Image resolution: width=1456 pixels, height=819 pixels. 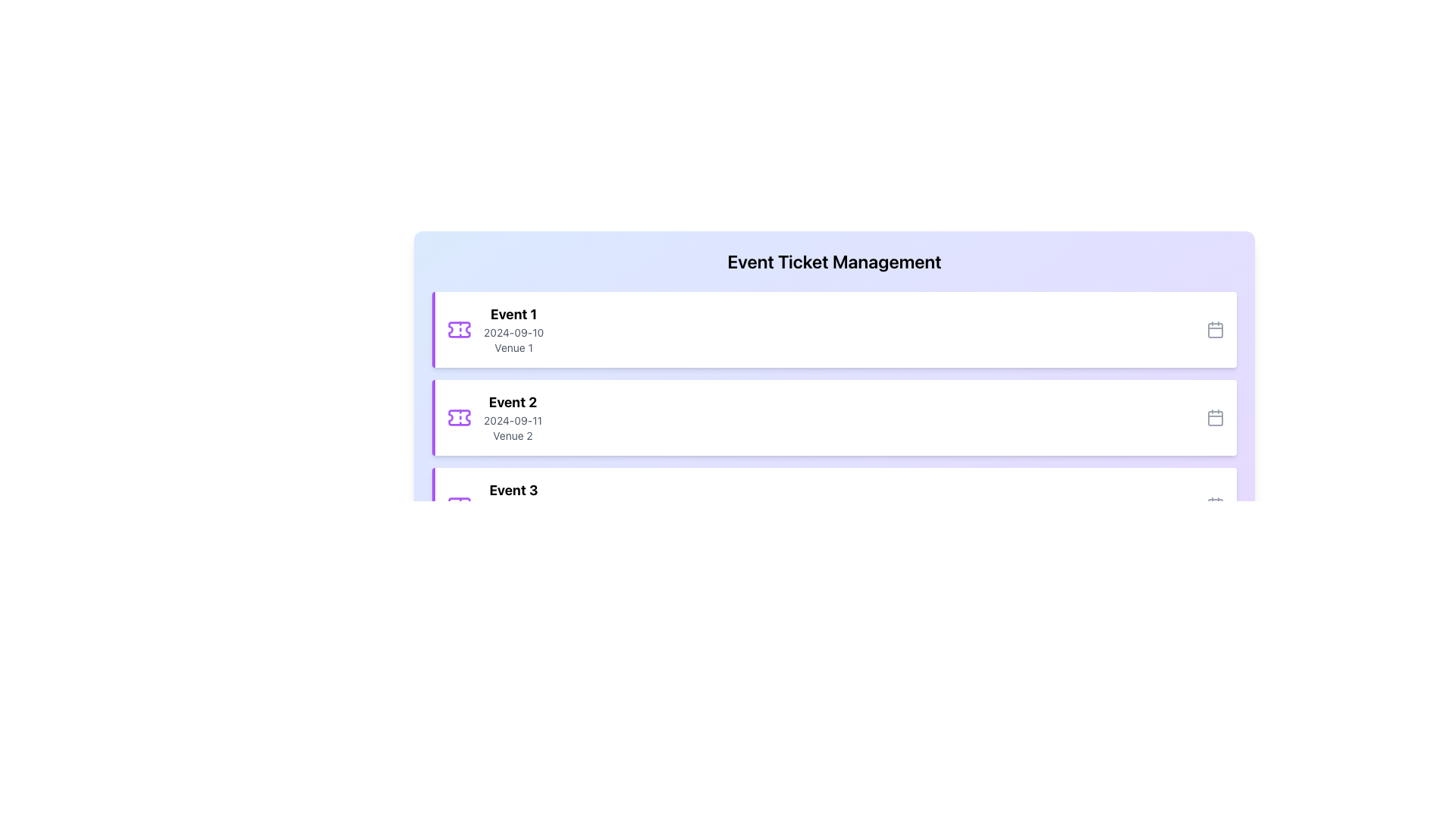 I want to click on the ticket icon for 'Event 2', located in the middle-left region of the second event entry to symbolize ticket-related actions, so click(x=458, y=418).